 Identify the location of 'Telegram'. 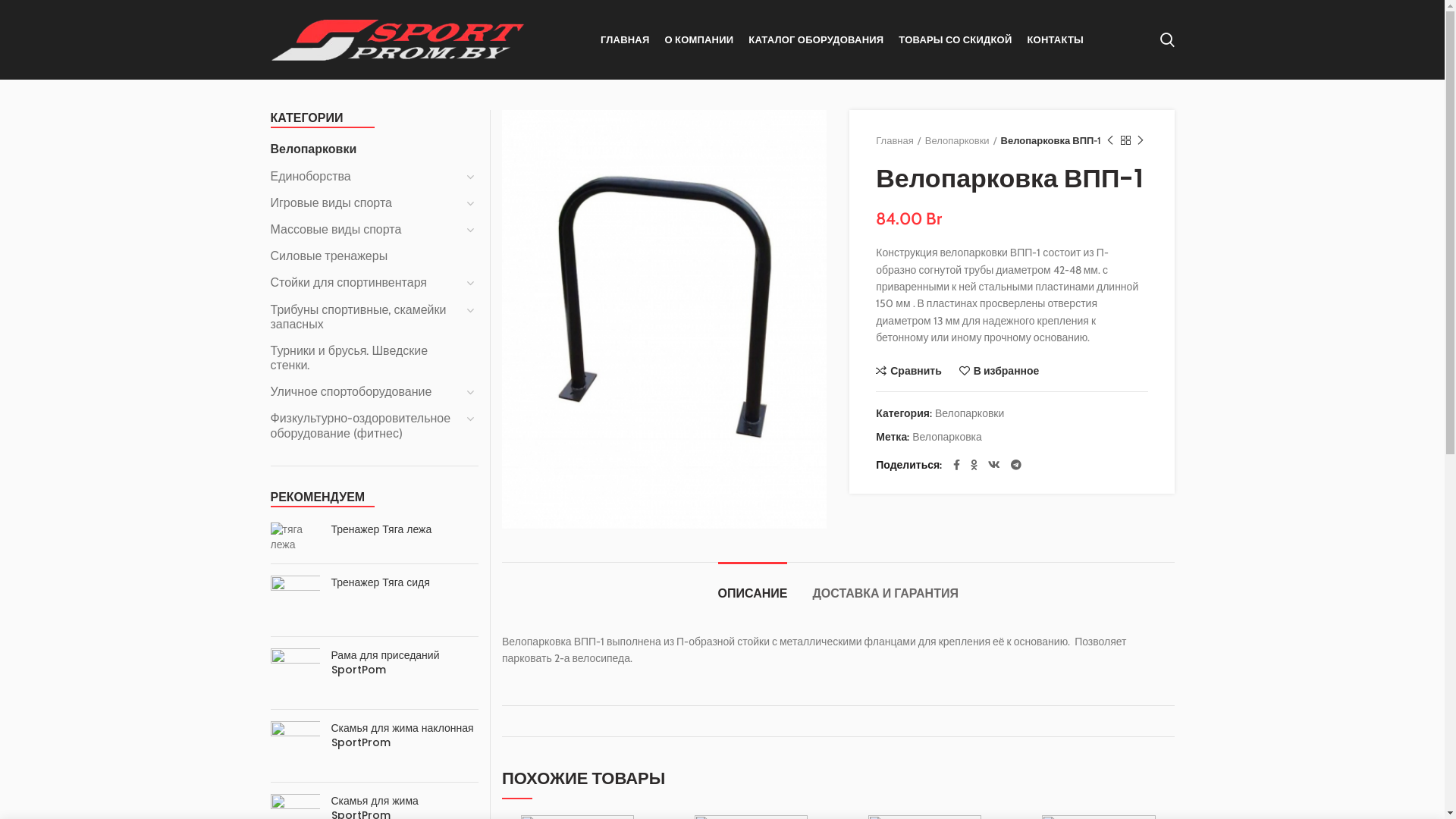
(1015, 464).